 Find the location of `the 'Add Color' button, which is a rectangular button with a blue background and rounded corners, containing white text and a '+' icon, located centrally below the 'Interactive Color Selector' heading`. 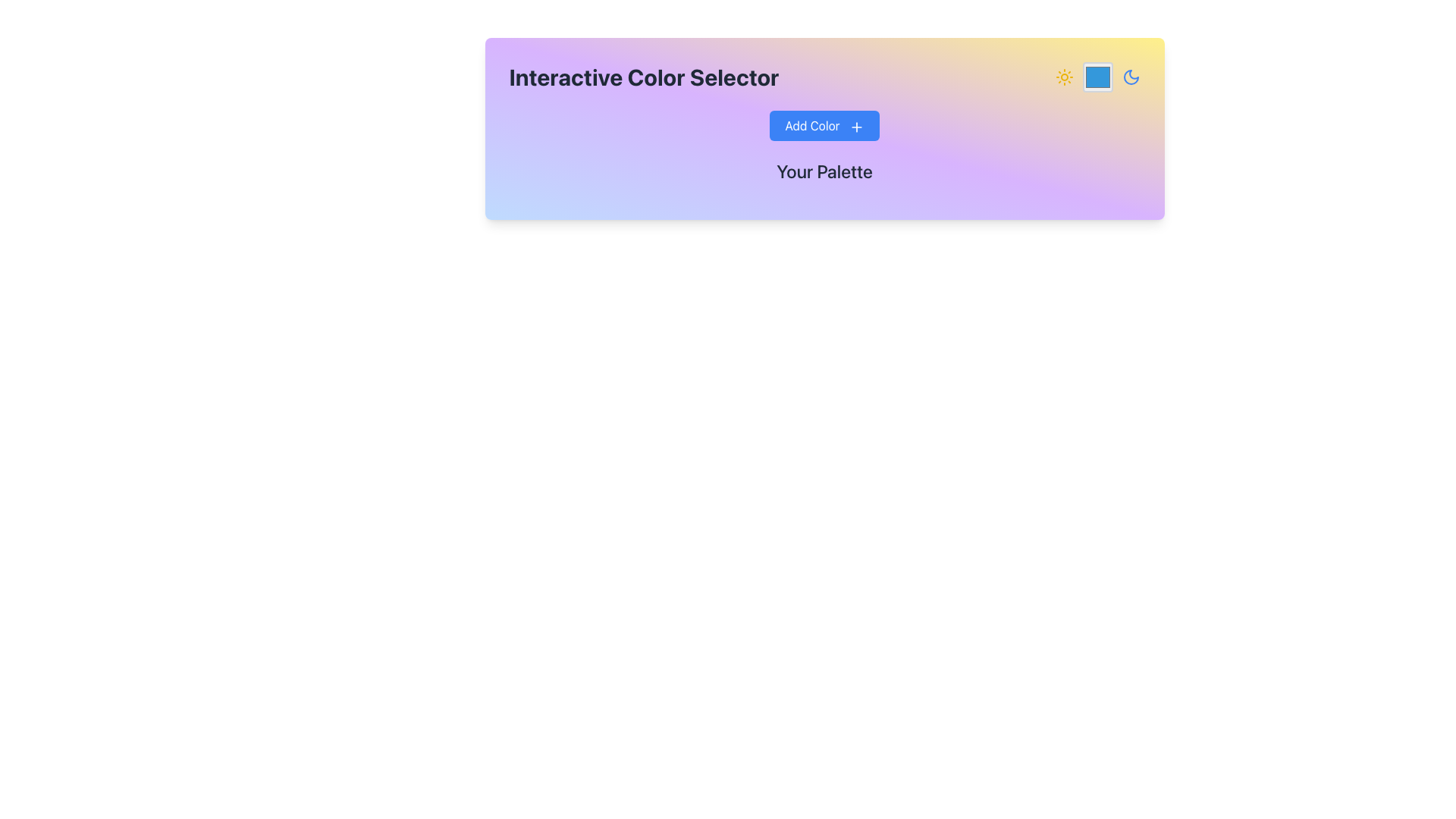

the 'Add Color' button, which is a rectangular button with a blue background and rounded corners, containing white text and a '+' icon, located centrally below the 'Interactive Color Selector' heading is located at coordinates (824, 124).